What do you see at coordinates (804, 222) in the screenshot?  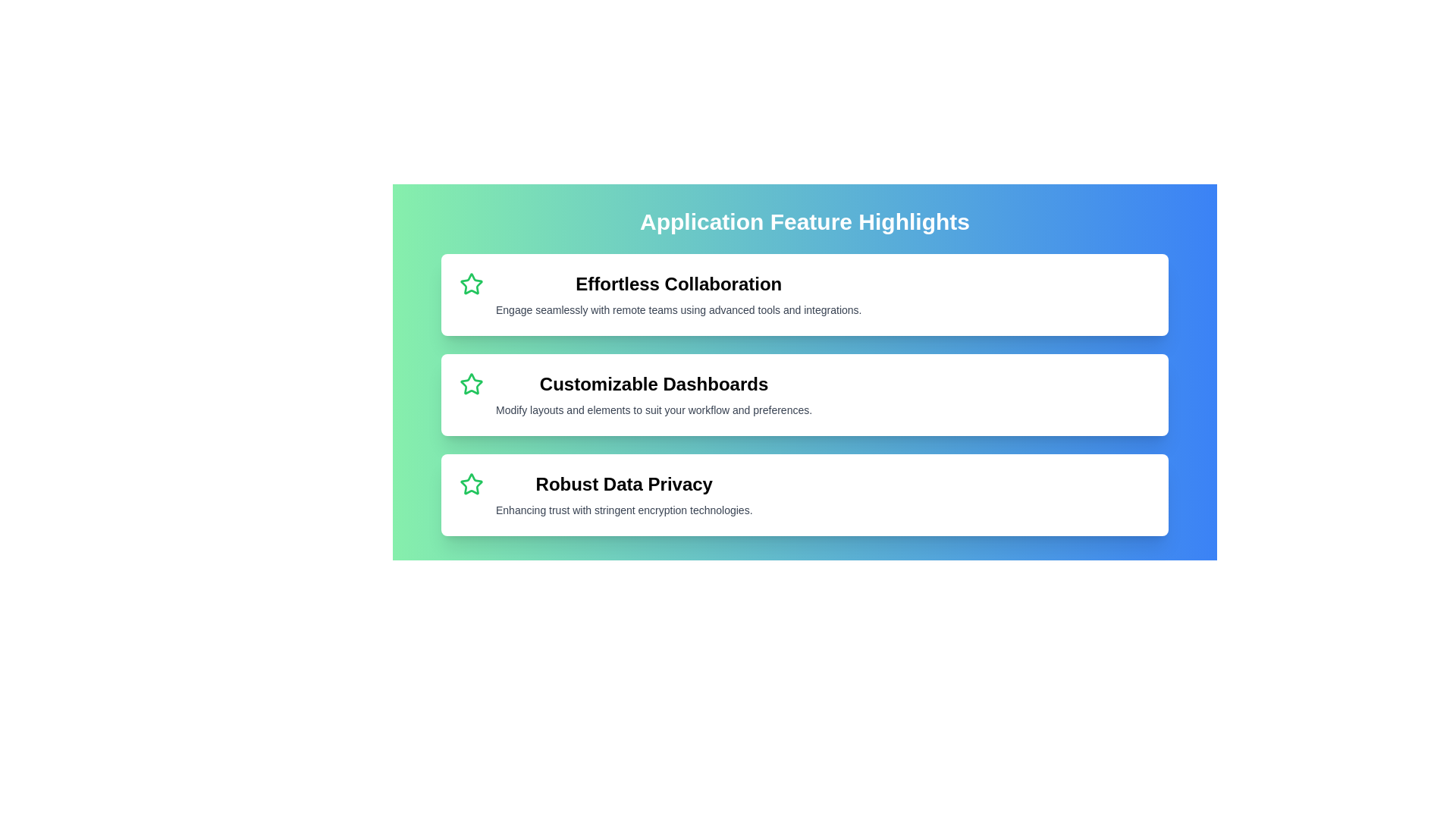 I see `the centered header text 'Application Feature Highlights' which is displayed in a bold and large font within a gradient background` at bounding box center [804, 222].